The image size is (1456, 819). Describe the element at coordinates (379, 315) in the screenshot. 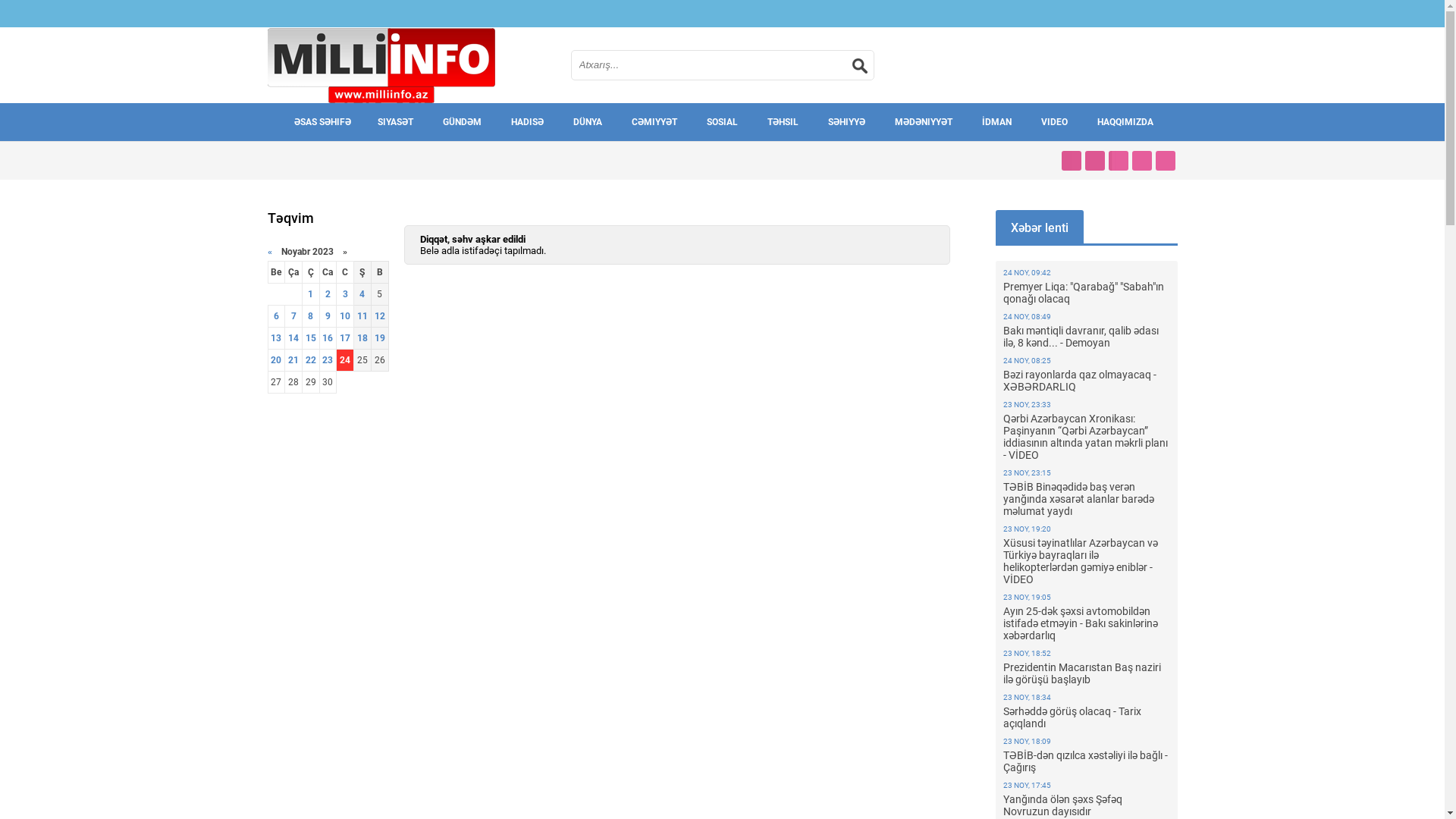

I see `'12'` at that location.